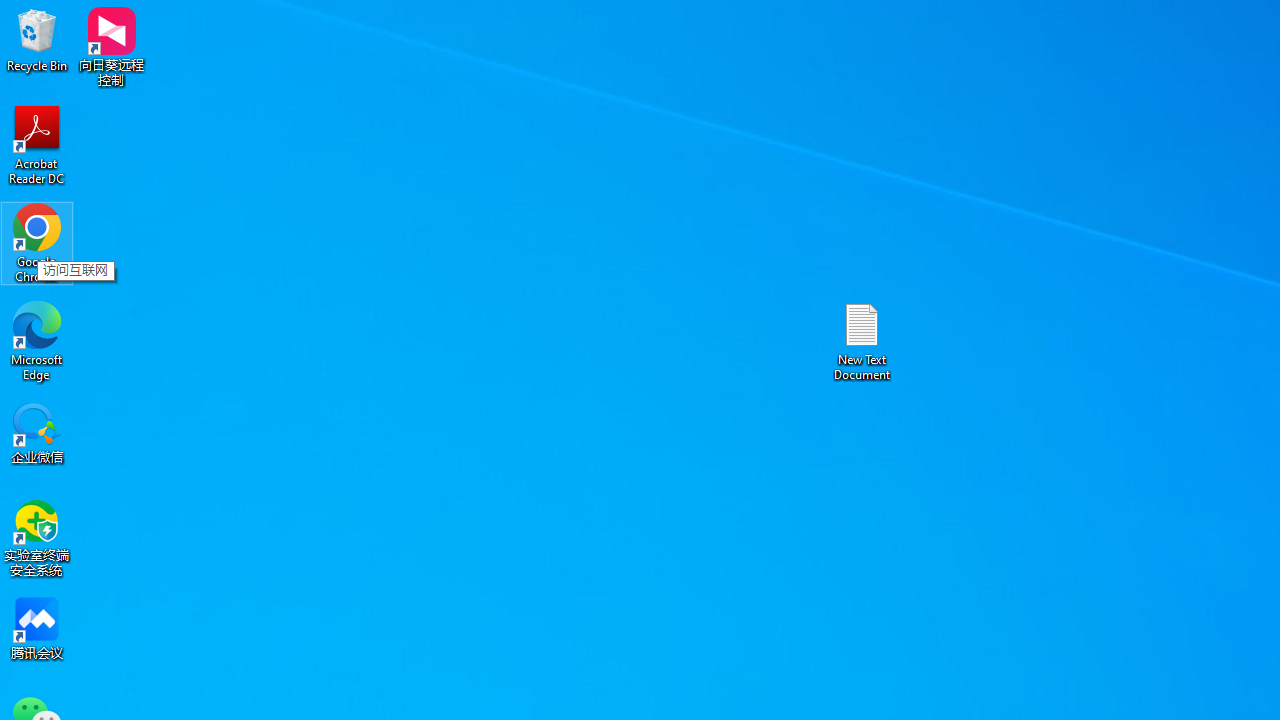 The width and height of the screenshot is (1280, 720). Describe the element at coordinates (37, 144) in the screenshot. I see `'Acrobat Reader DC'` at that location.